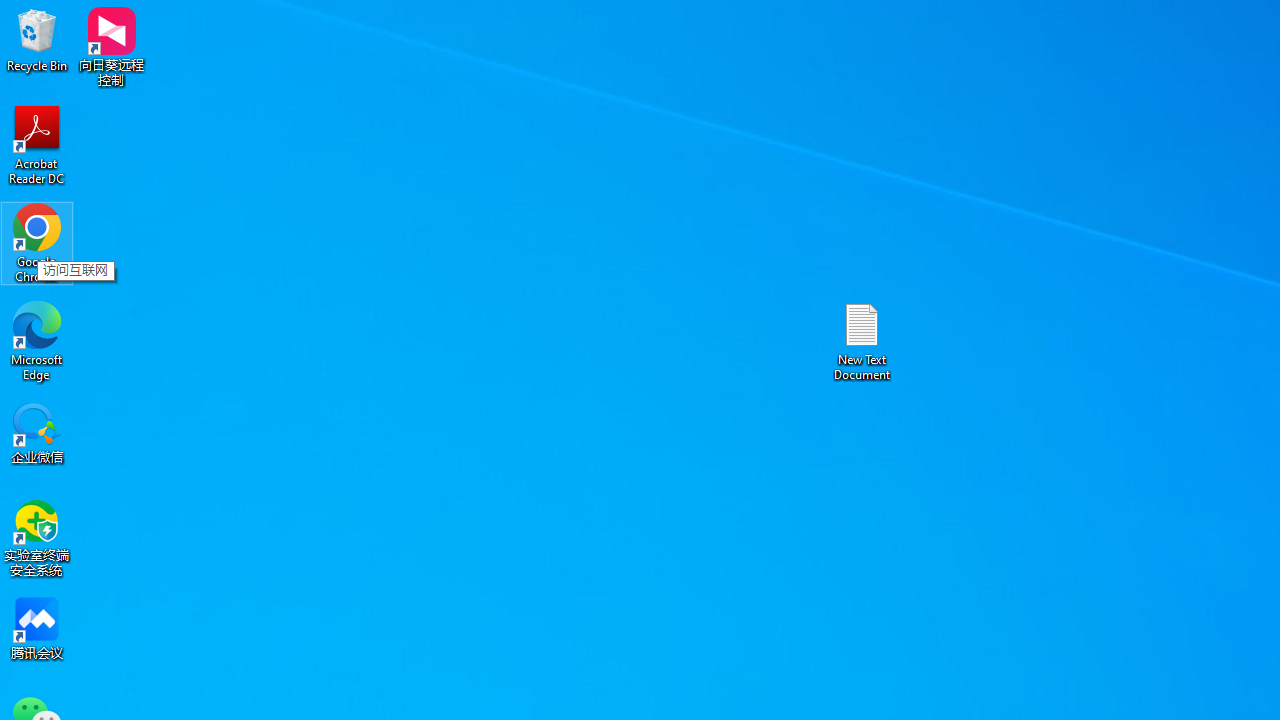 The width and height of the screenshot is (1280, 720). Describe the element at coordinates (37, 144) in the screenshot. I see `'Acrobat Reader DC'` at that location.